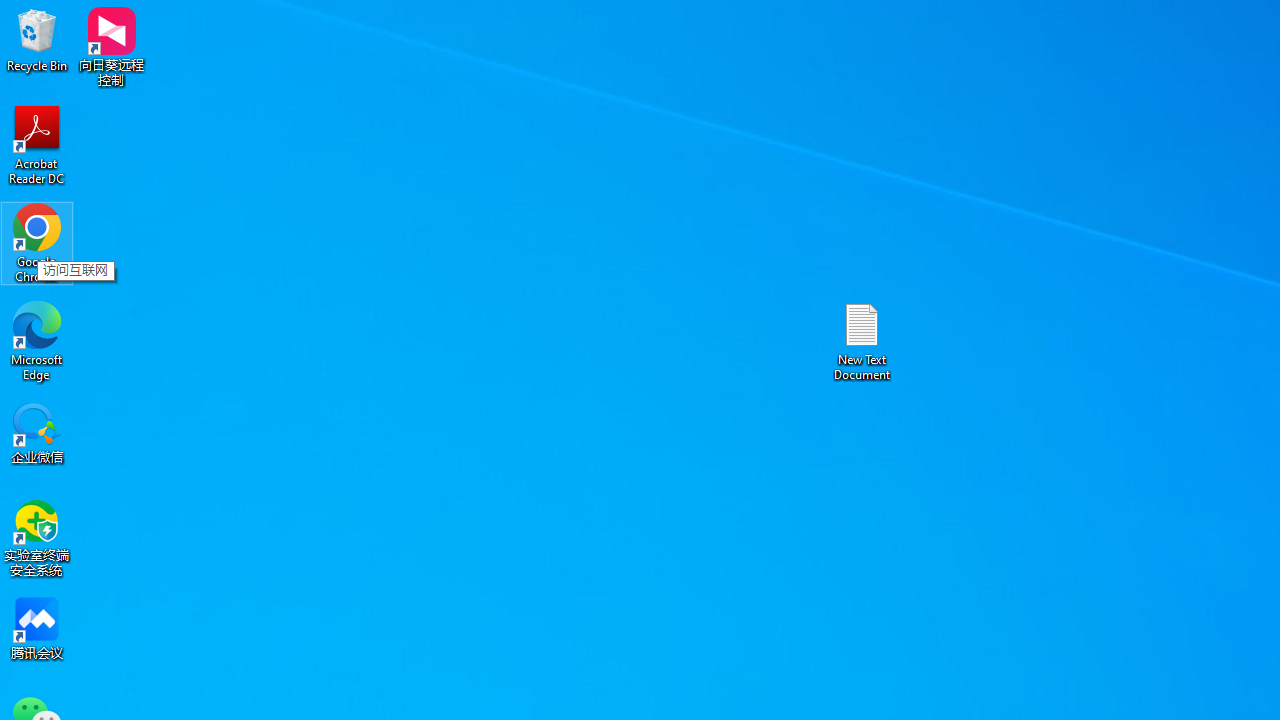 The width and height of the screenshot is (1280, 720). Describe the element at coordinates (37, 144) in the screenshot. I see `'Acrobat Reader DC'` at that location.